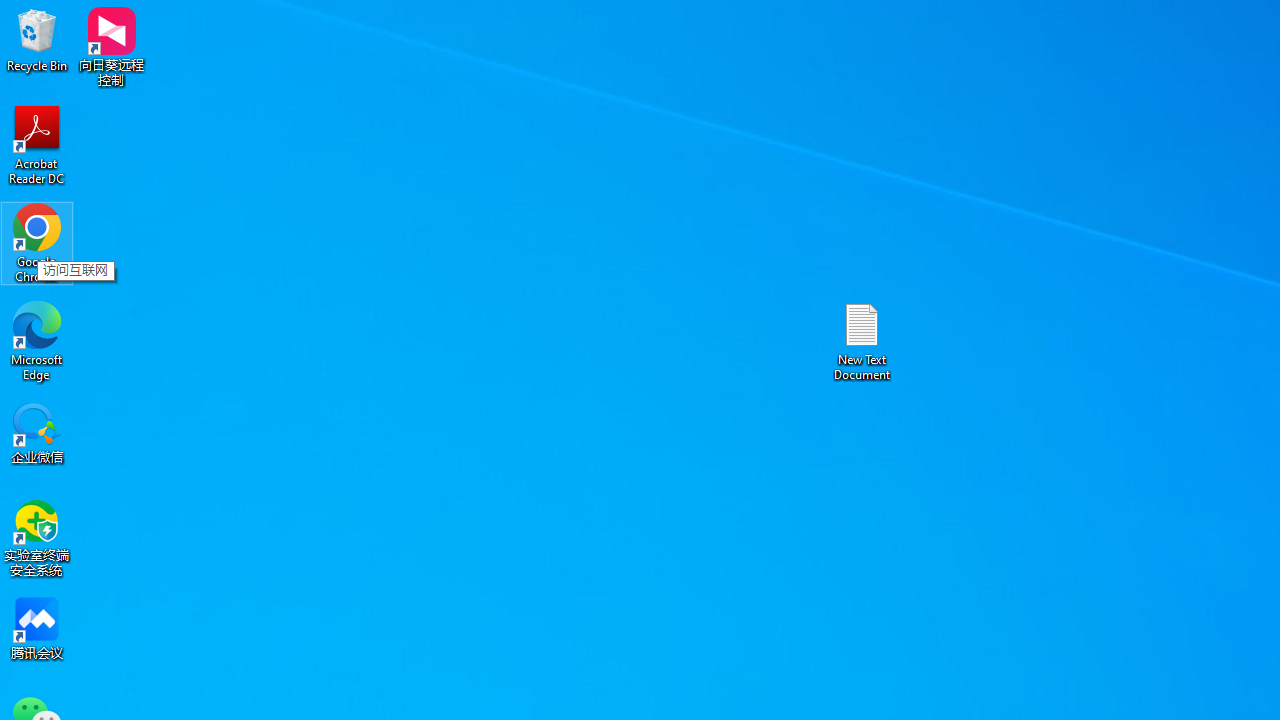 The width and height of the screenshot is (1280, 720). Describe the element at coordinates (37, 144) in the screenshot. I see `'Acrobat Reader DC'` at that location.